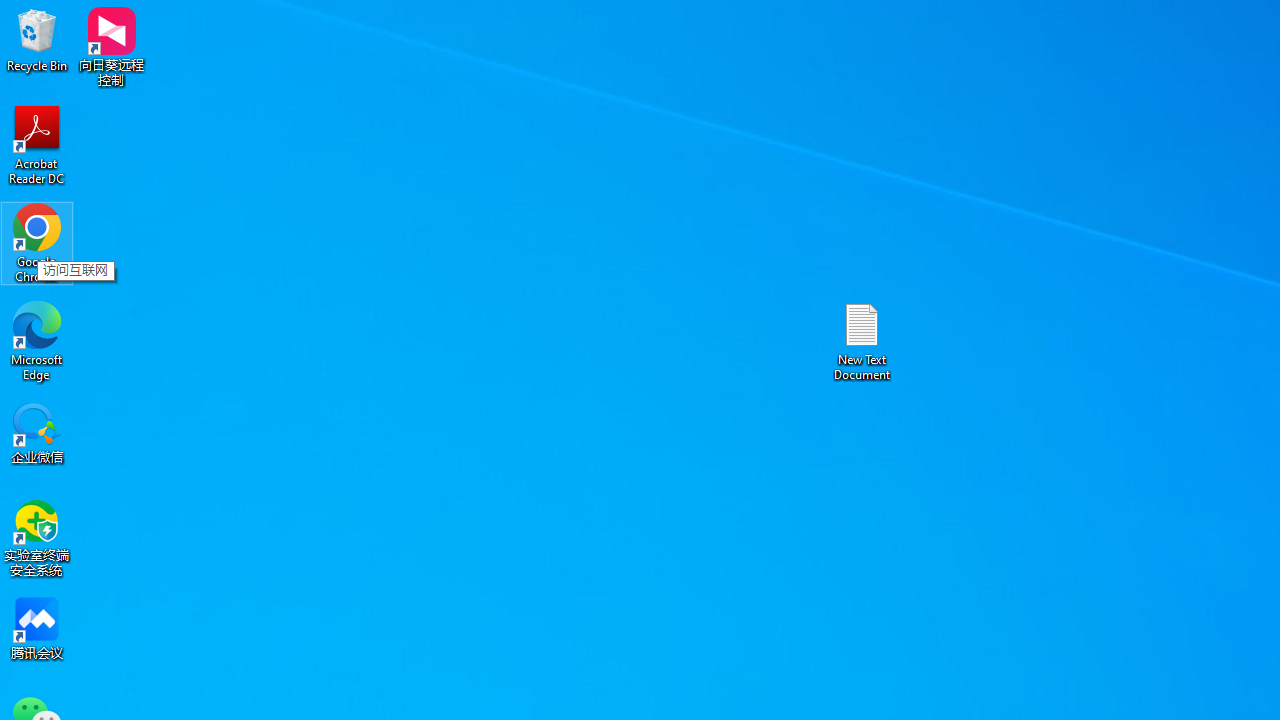 The width and height of the screenshot is (1280, 720). Describe the element at coordinates (37, 144) in the screenshot. I see `'Acrobat Reader DC'` at that location.